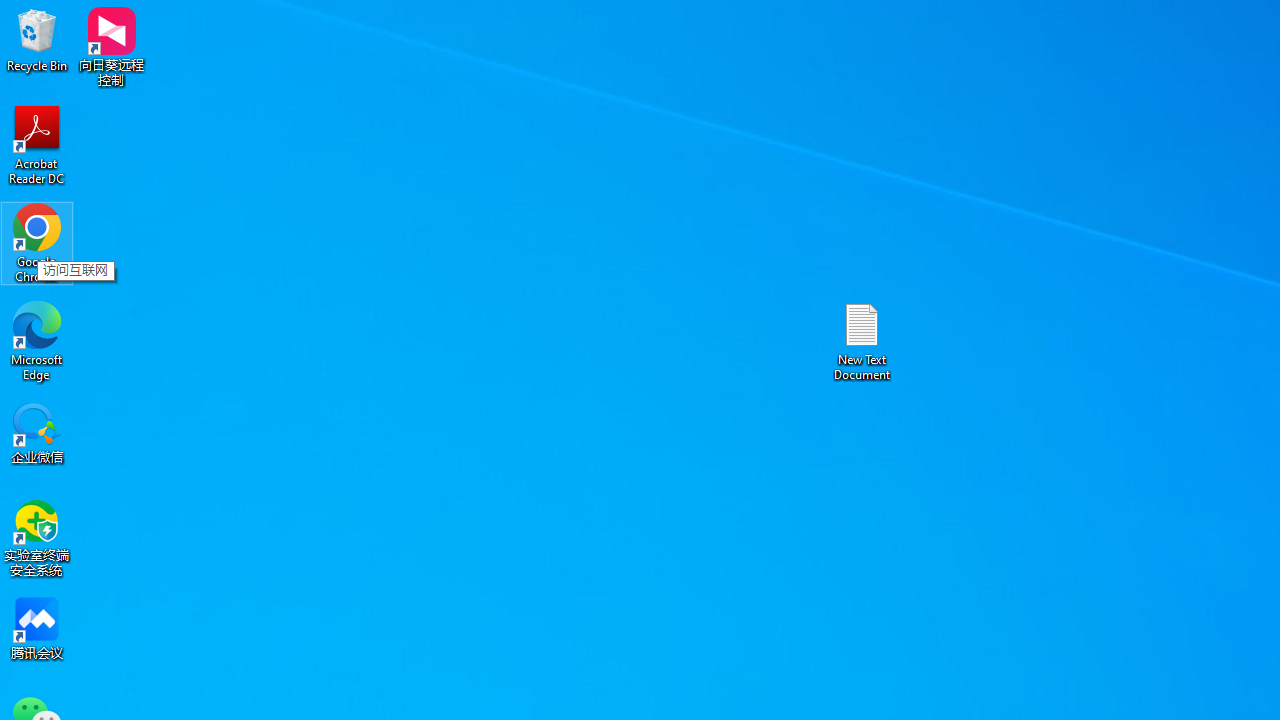 The width and height of the screenshot is (1280, 720). Describe the element at coordinates (37, 144) in the screenshot. I see `'Acrobat Reader DC'` at that location.